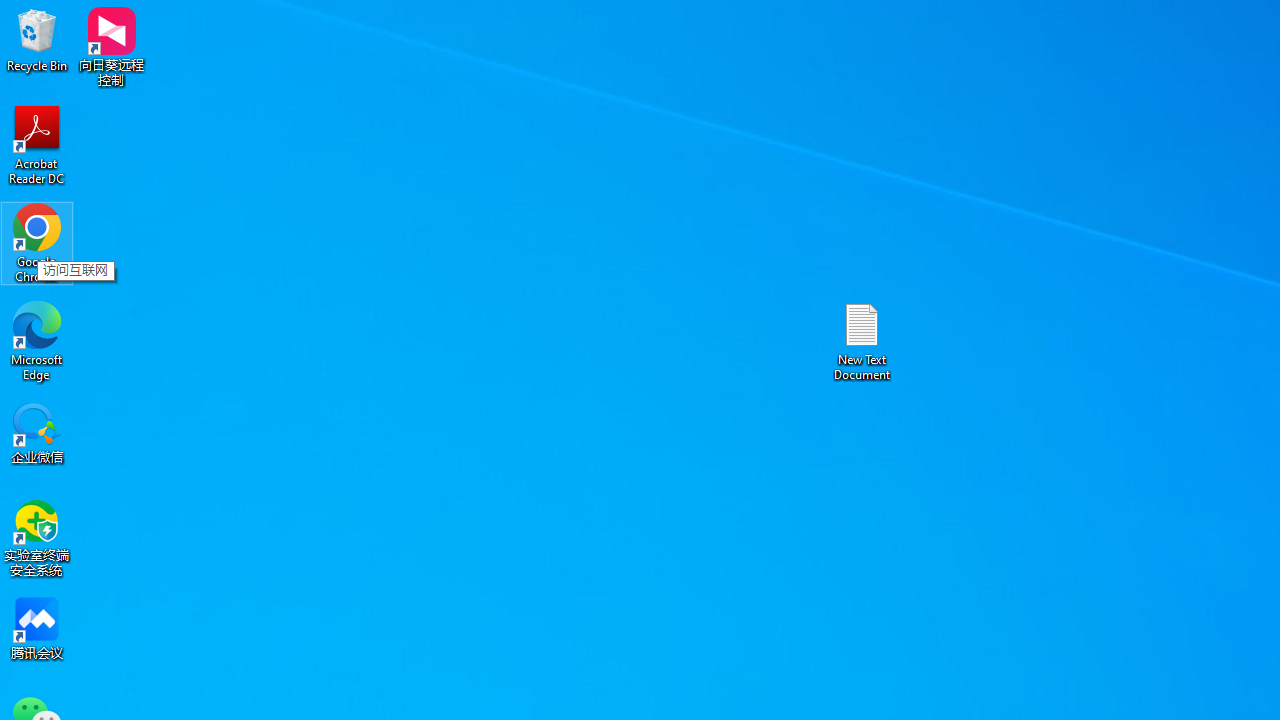 The width and height of the screenshot is (1280, 720). Describe the element at coordinates (37, 144) in the screenshot. I see `'Acrobat Reader DC'` at that location.